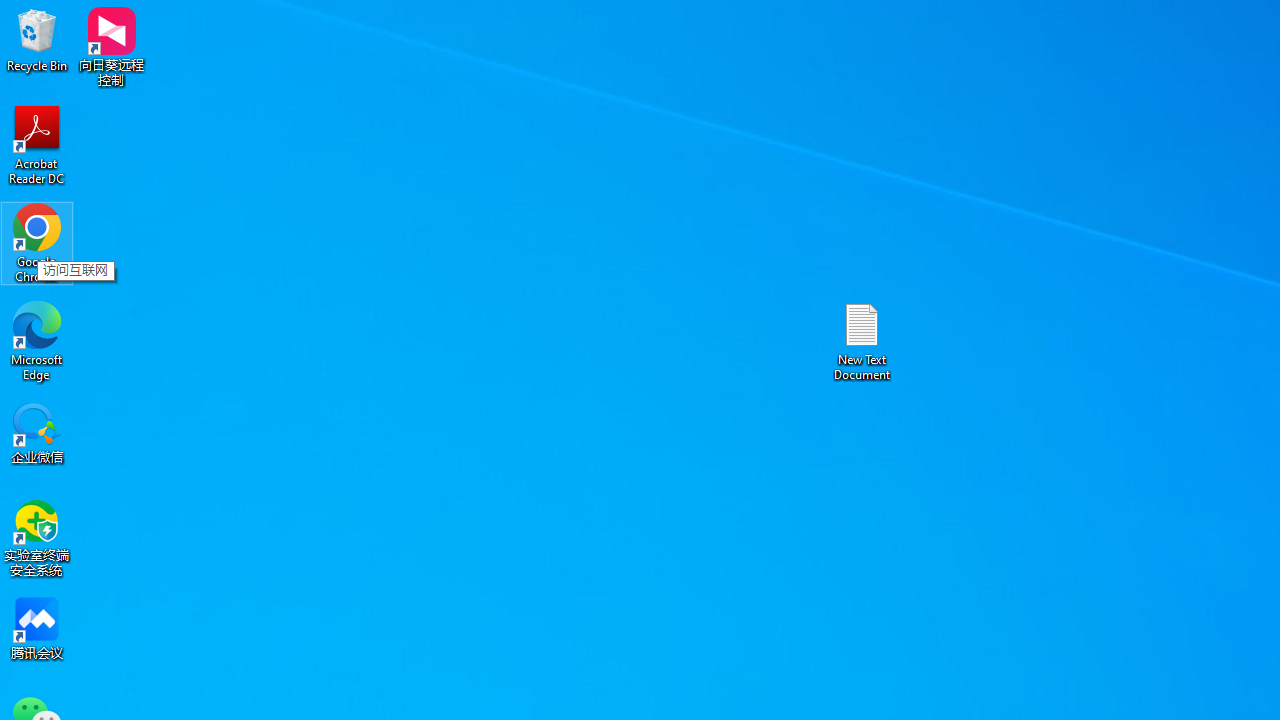 The width and height of the screenshot is (1280, 720). Describe the element at coordinates (37, 144) in the screenshot. I see `'Acrobat Reader DC'` at that location.